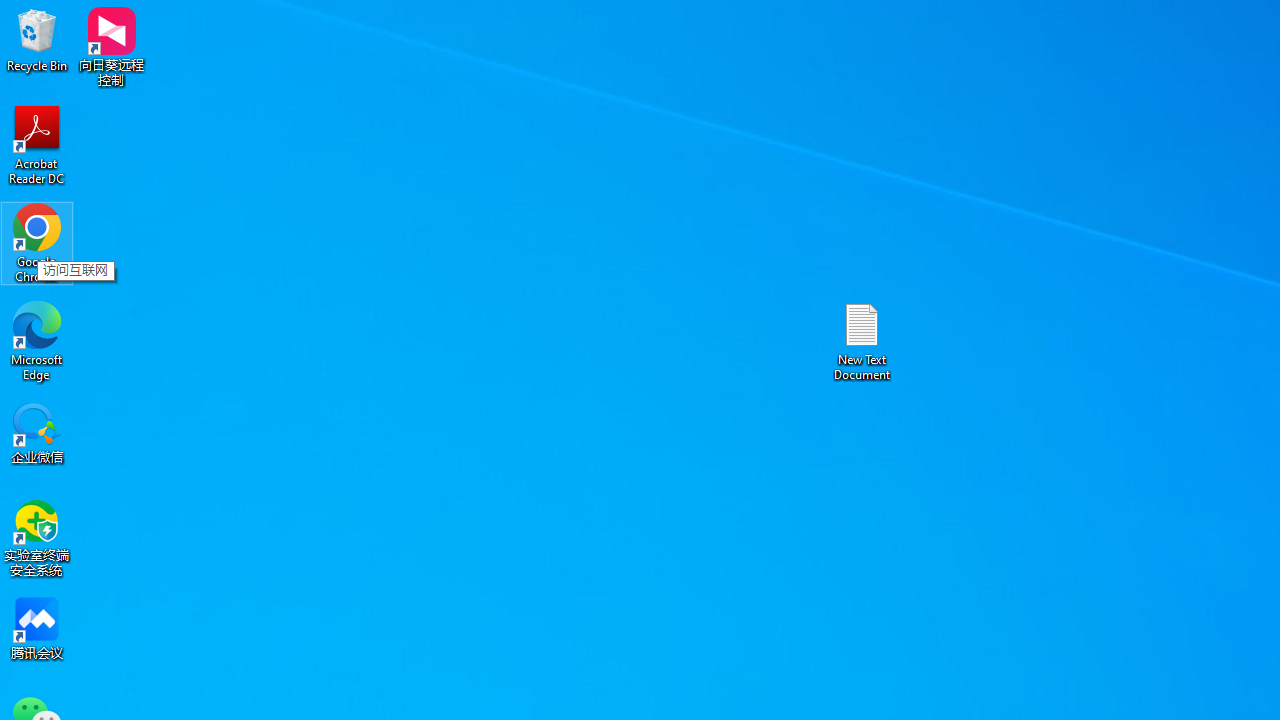 The width and height of the screenshot is (1280, 720). Describe the element at coordinates (37, 144) in the screenshot. I see `'Acrobat Reader DC'` at that location.